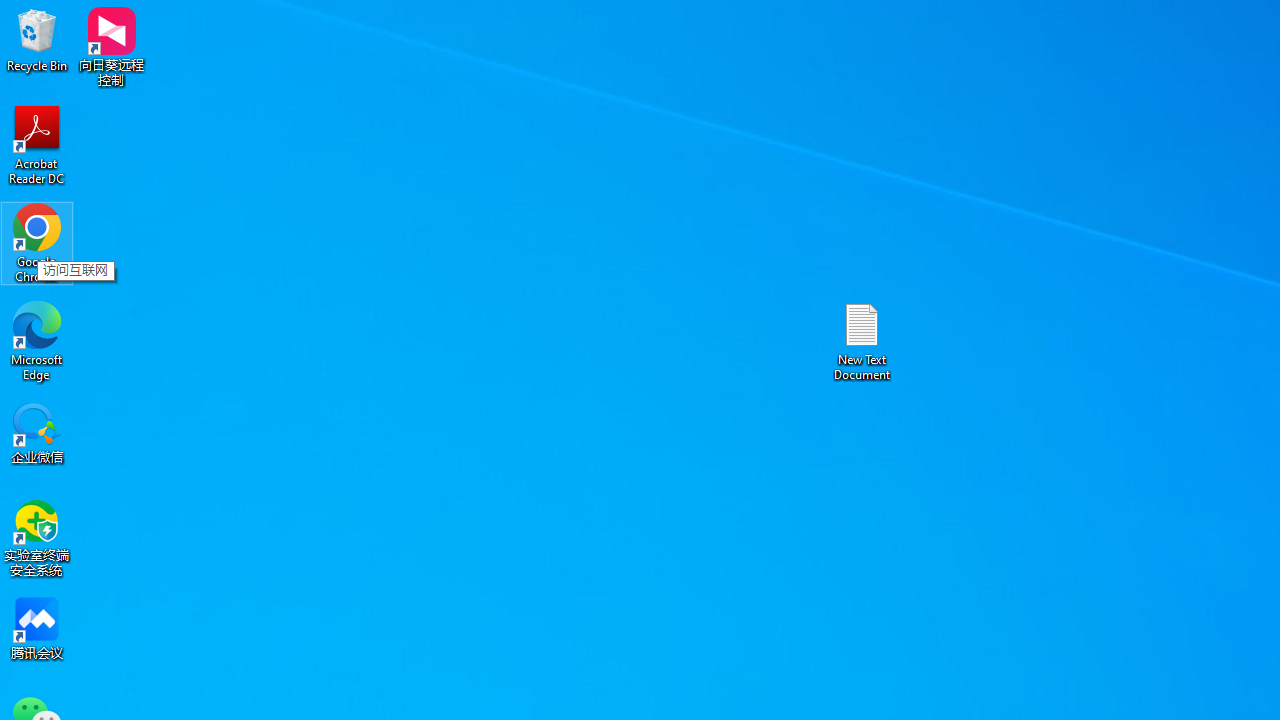 The width and height of the screenshot is (1280, 720). Describe the element at coordinates (37, 144) in the screenshot. I see `'Acrobat Reader DC'` at that location.